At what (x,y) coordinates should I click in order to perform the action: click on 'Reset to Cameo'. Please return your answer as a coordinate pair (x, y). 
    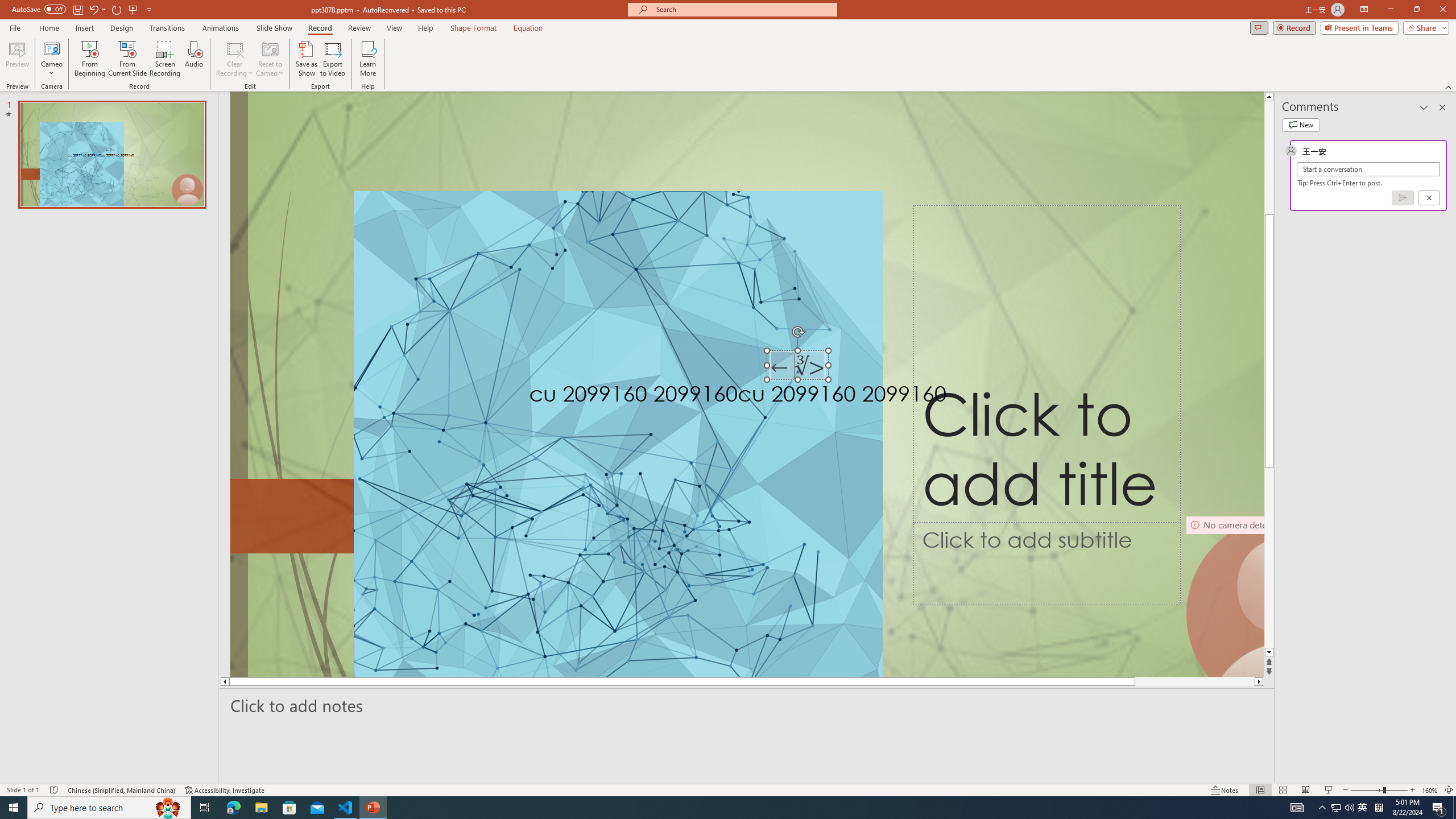
    Looking at the image, I should click on (269, 59).